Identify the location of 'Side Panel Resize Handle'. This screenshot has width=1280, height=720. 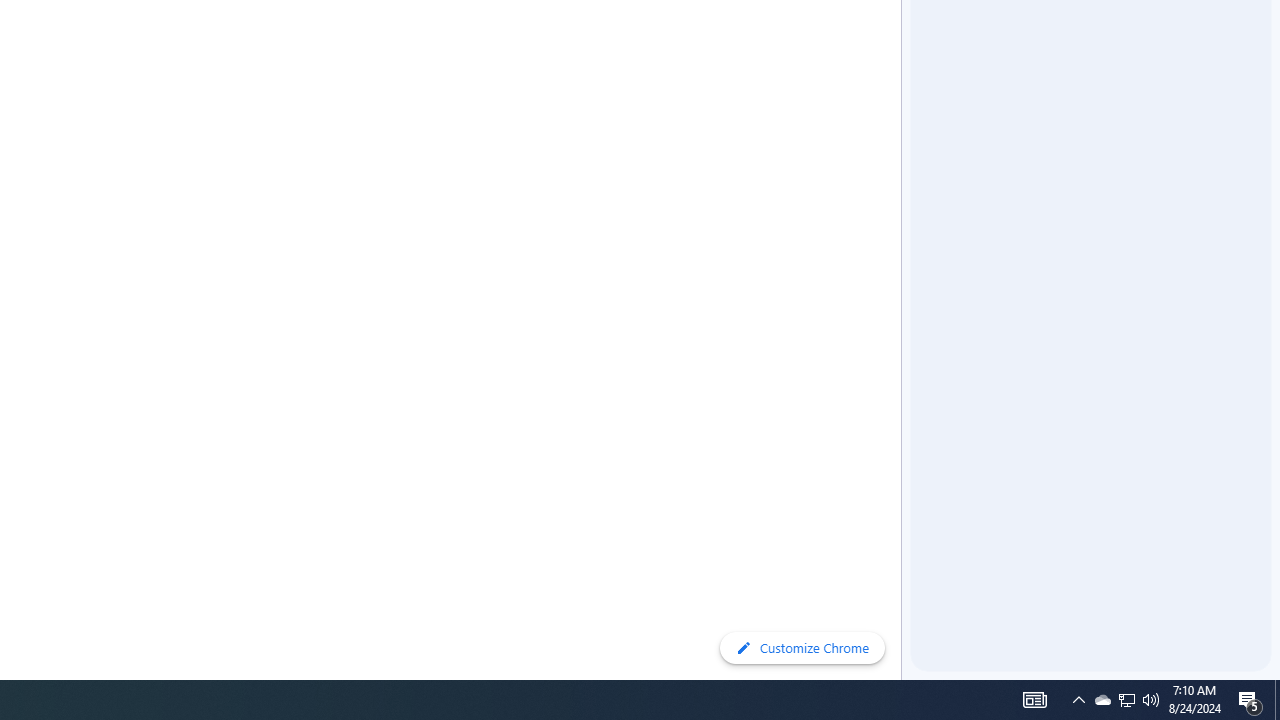
(904, 39).